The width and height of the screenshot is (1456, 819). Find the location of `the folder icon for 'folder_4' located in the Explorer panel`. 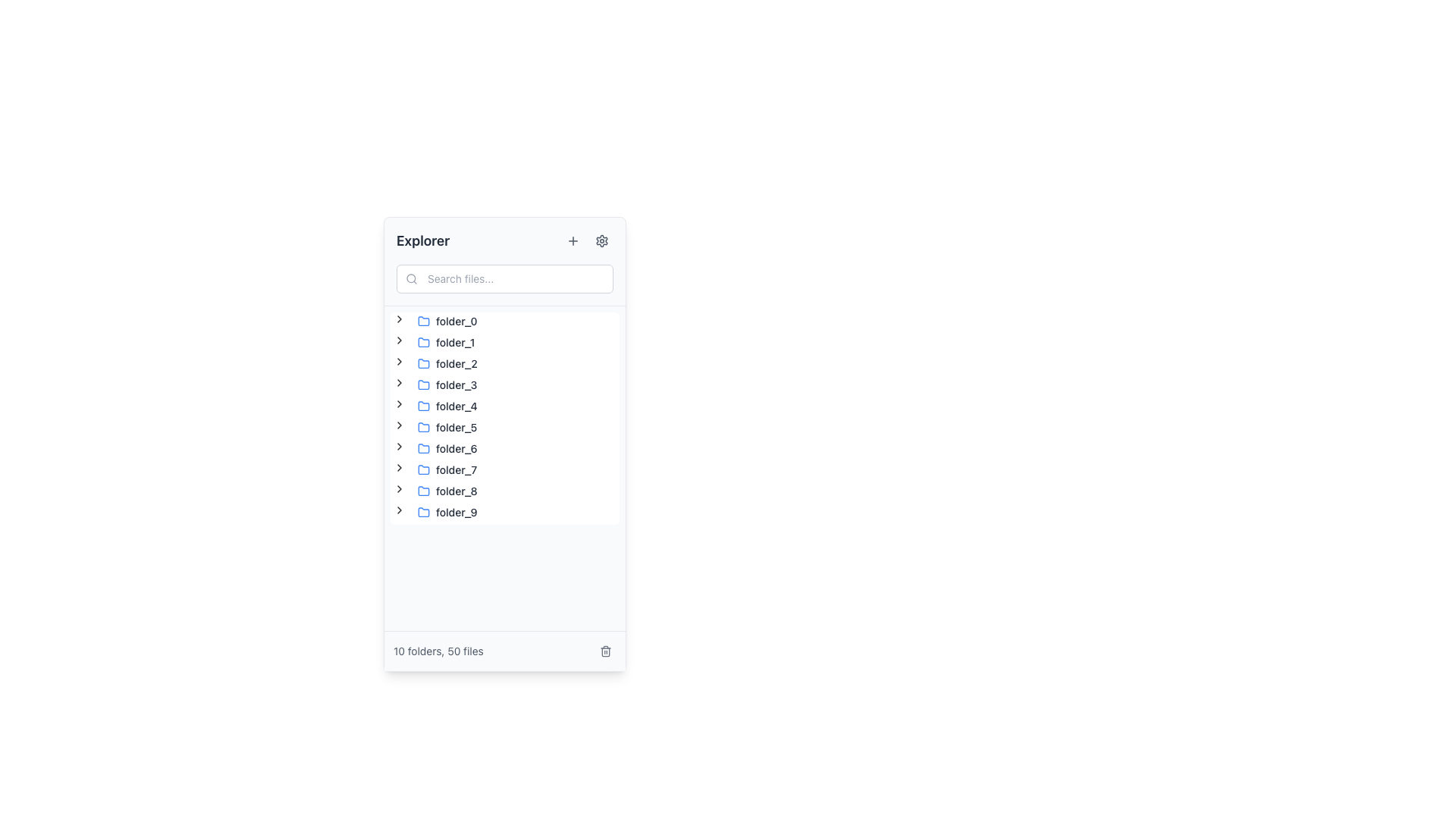

the folder icon for 'folder_4' located in the Explorer panel is located at coordinates (423, 406).